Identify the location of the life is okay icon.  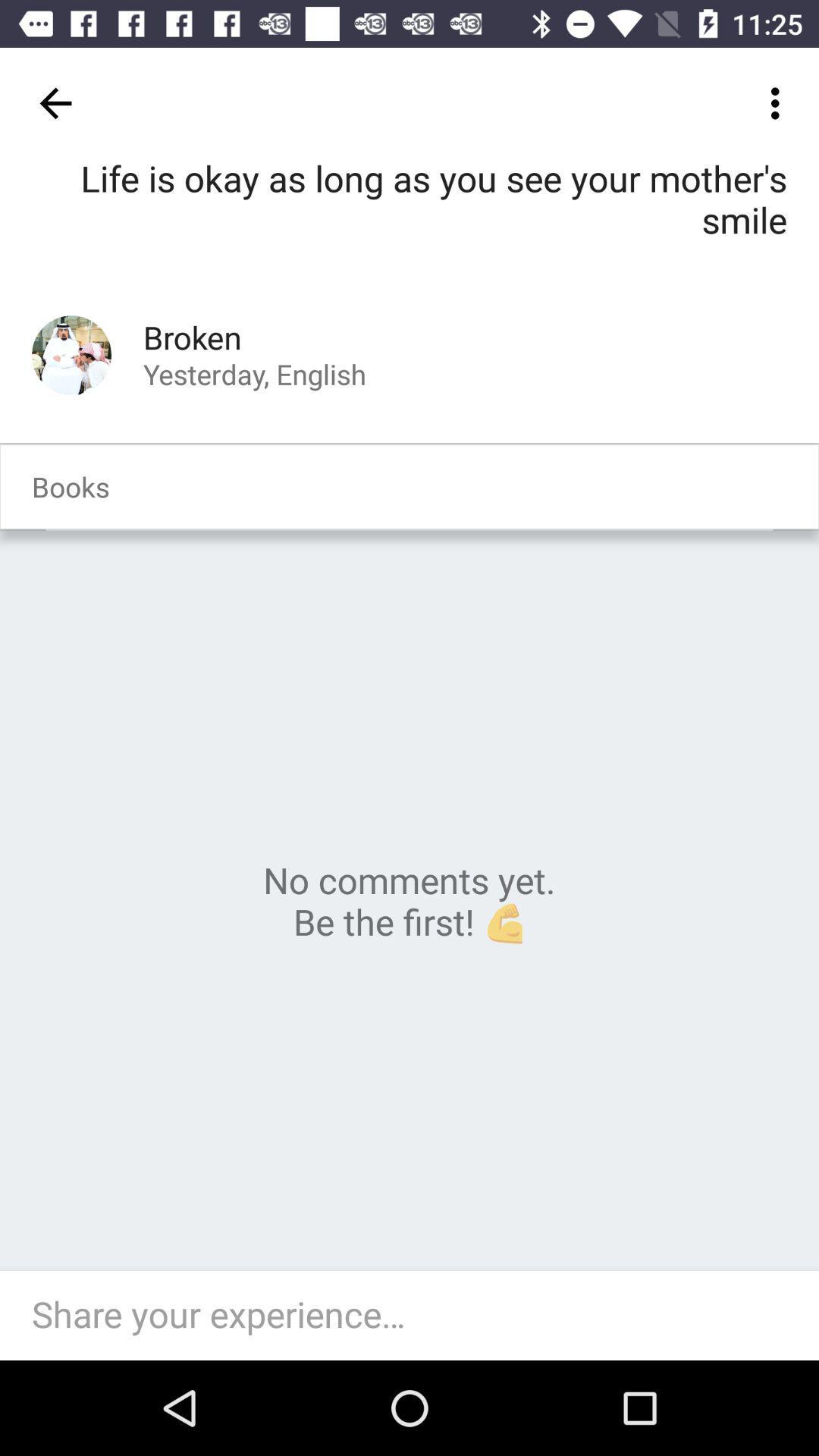
(409, 221).